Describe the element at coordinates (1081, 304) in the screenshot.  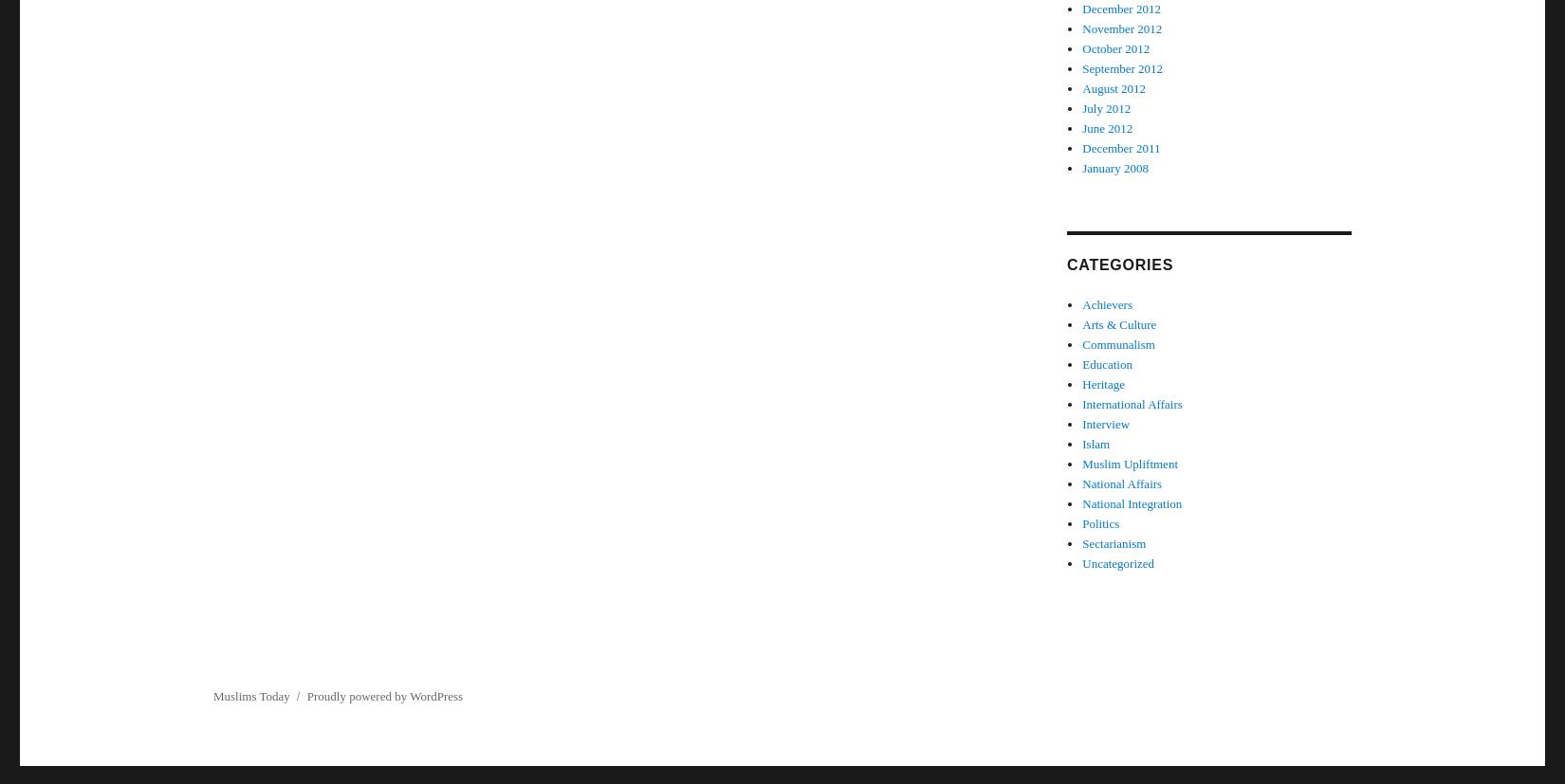
I see `'Achievers'` at that location.